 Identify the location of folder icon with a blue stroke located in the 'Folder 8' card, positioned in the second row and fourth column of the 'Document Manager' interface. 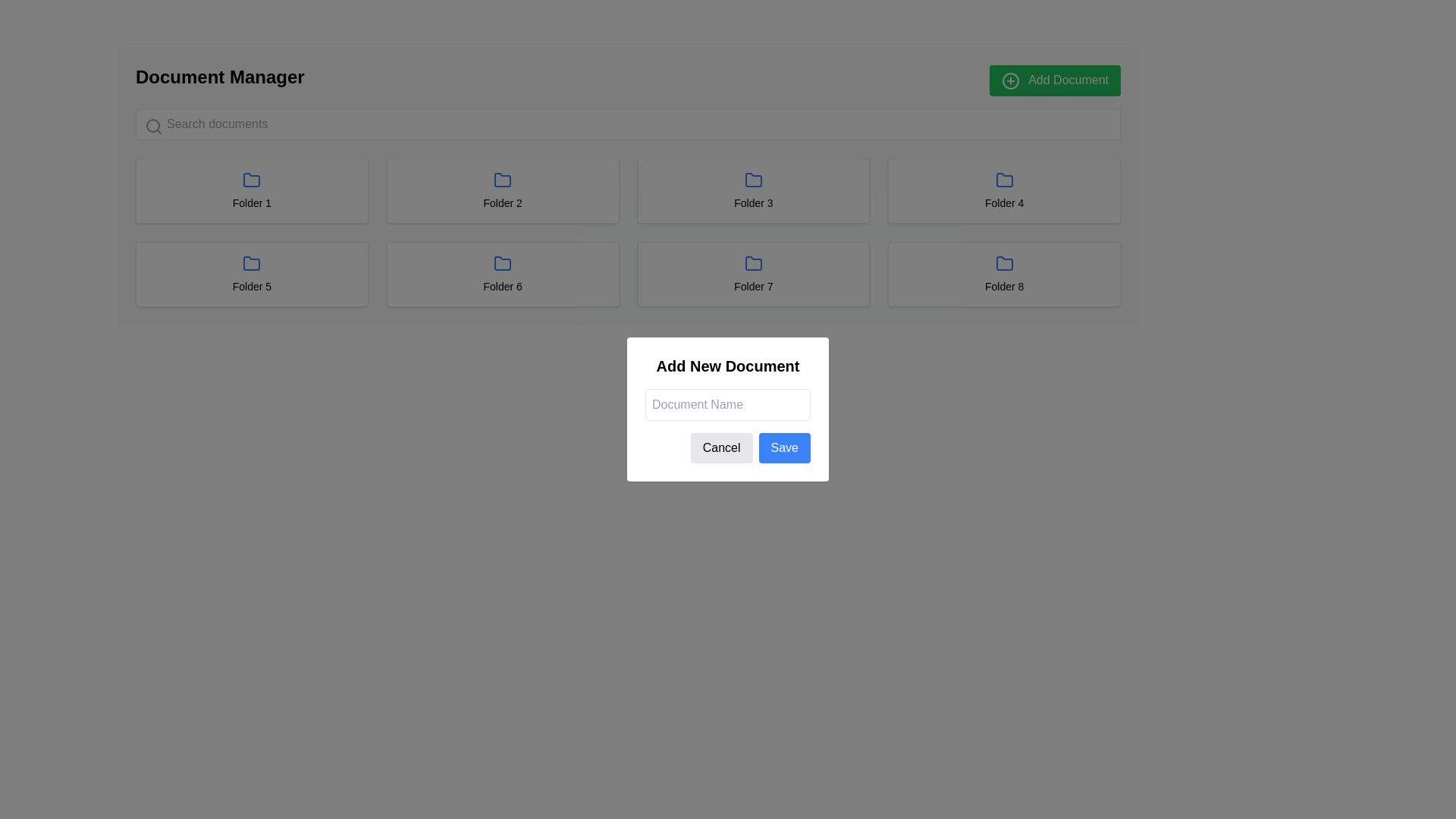
(1004, 262).